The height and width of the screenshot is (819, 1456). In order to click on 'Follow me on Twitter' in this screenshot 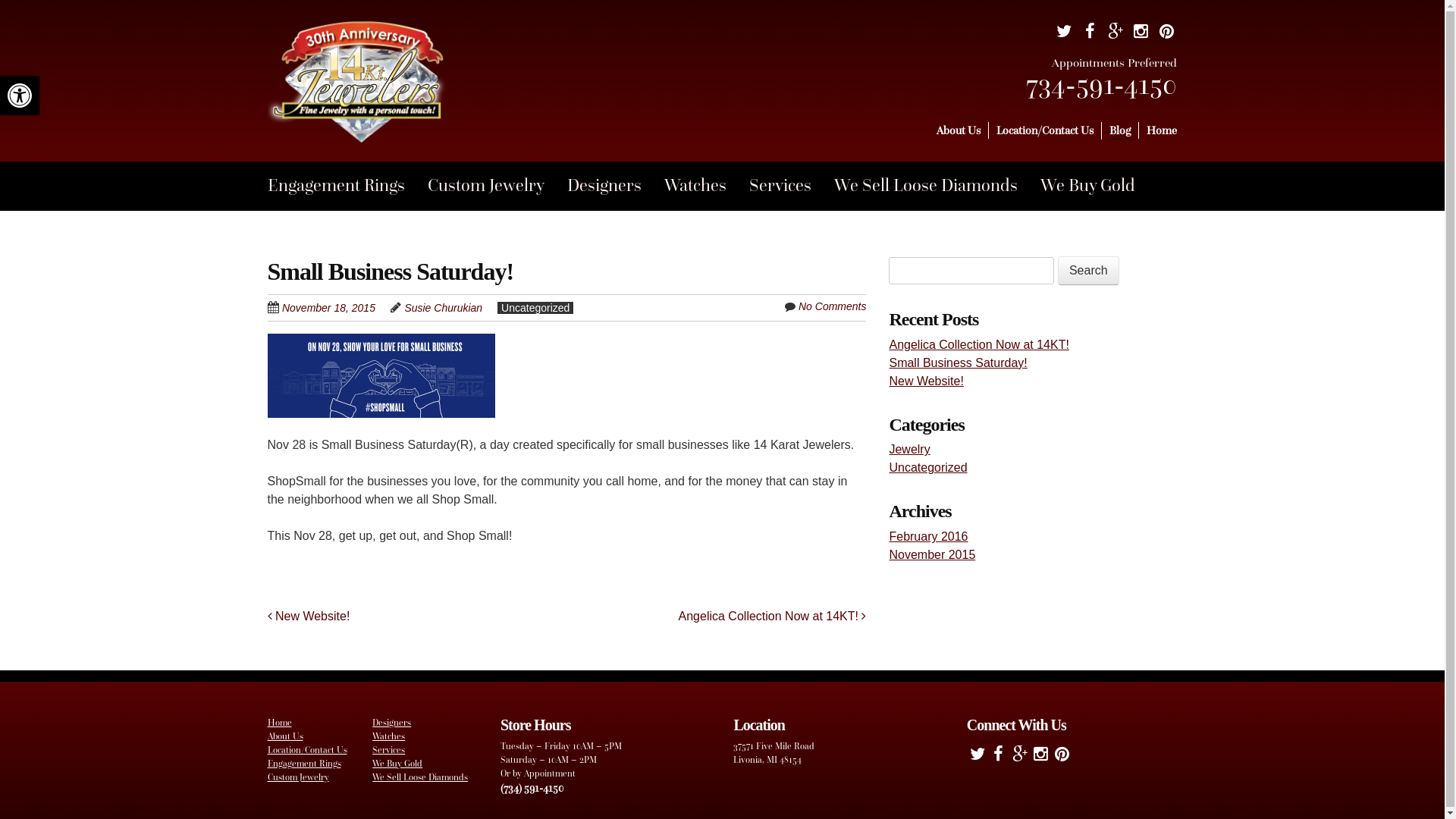, I will do `click(977, 757)`.